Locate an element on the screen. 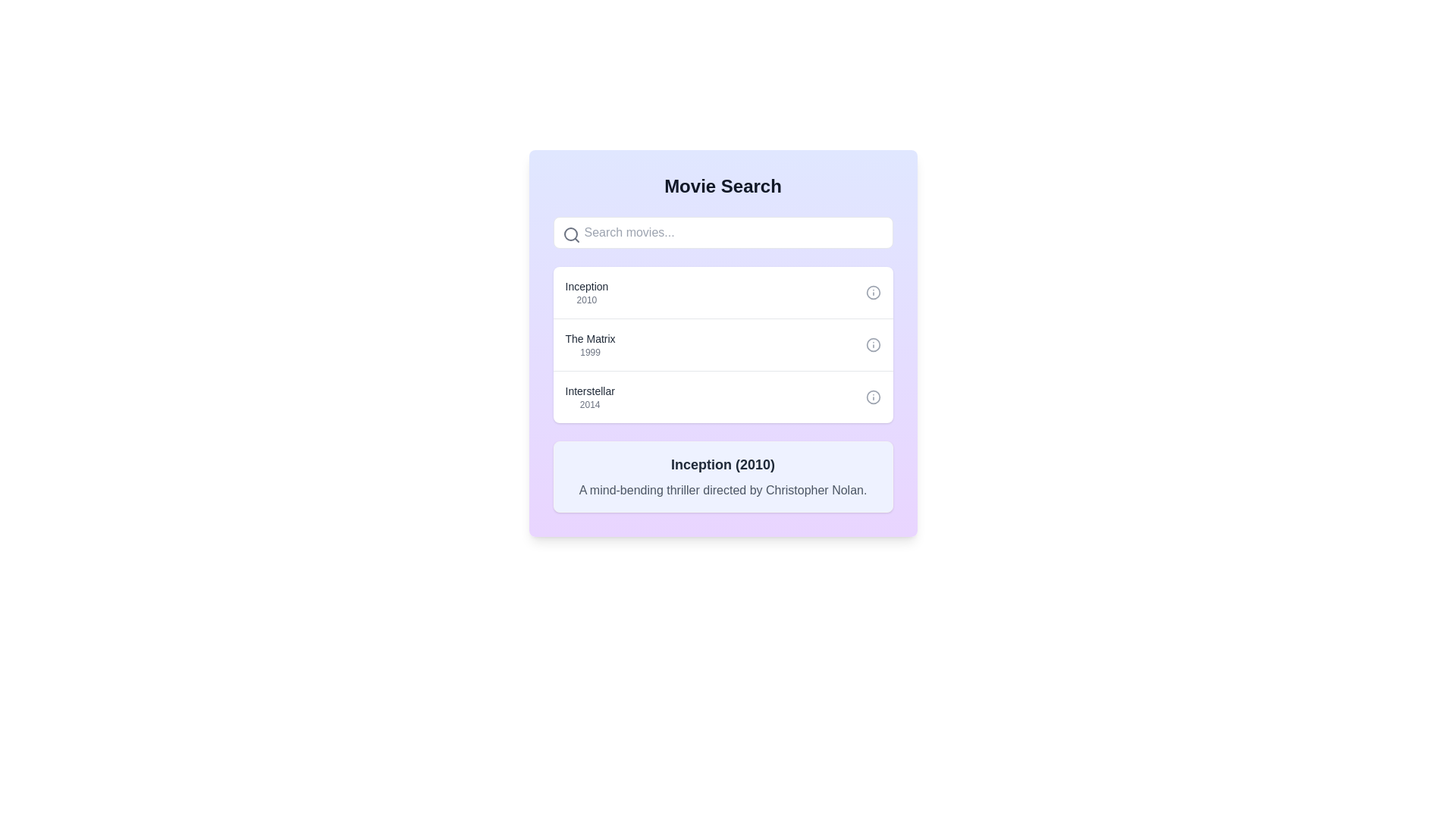 This screenshot has width=1456, height=819. the information icon button for the movie 'Inception 2010' is located at coordinates (873, 292).